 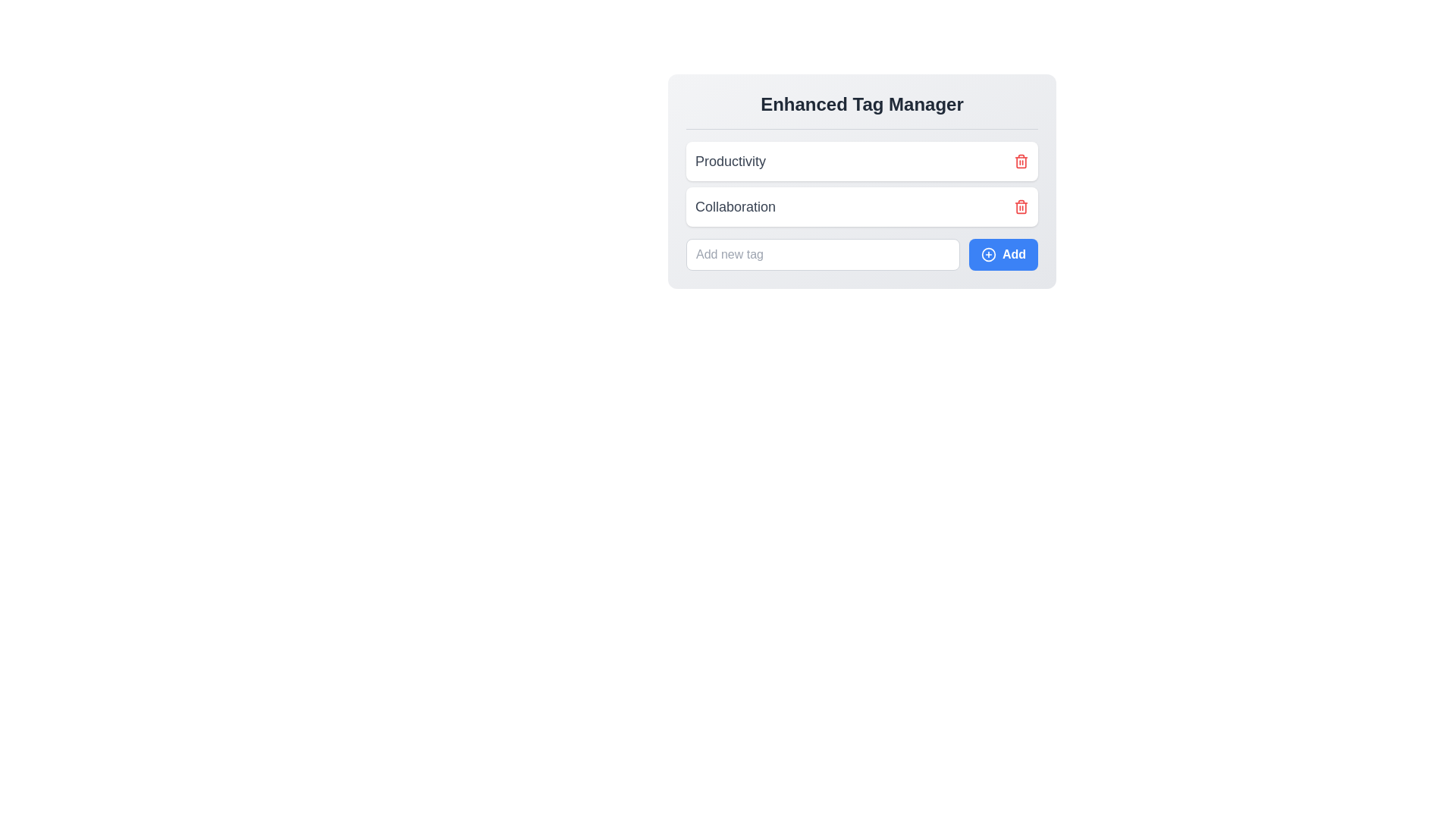 I want to click on the text label 'Add' which is part of a button with a blue background and a '+' icon to the left, so click(x=1014, y=253).